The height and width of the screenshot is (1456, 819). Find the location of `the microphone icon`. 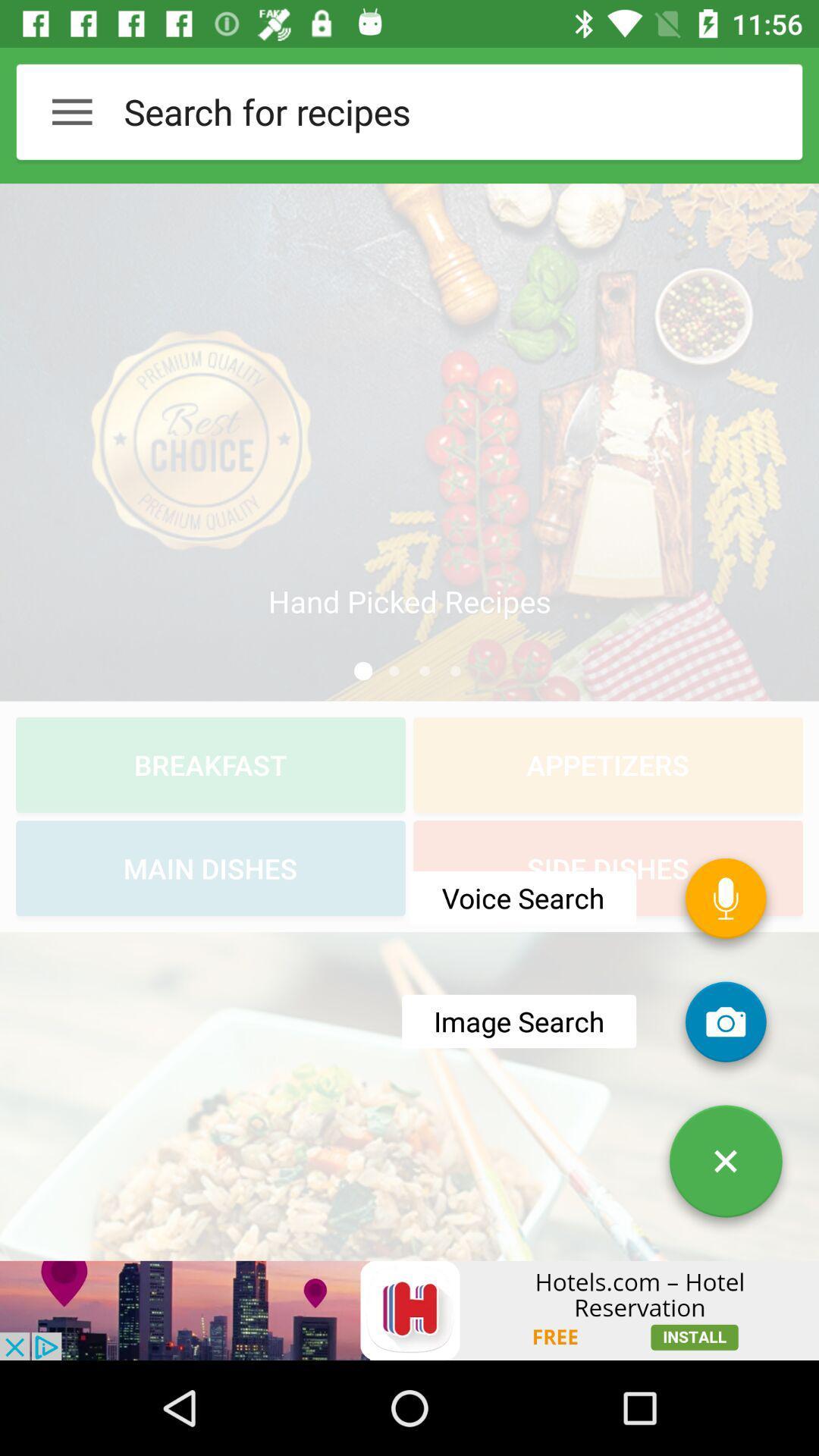

the microphone icon is located at coordinates (725, 904).